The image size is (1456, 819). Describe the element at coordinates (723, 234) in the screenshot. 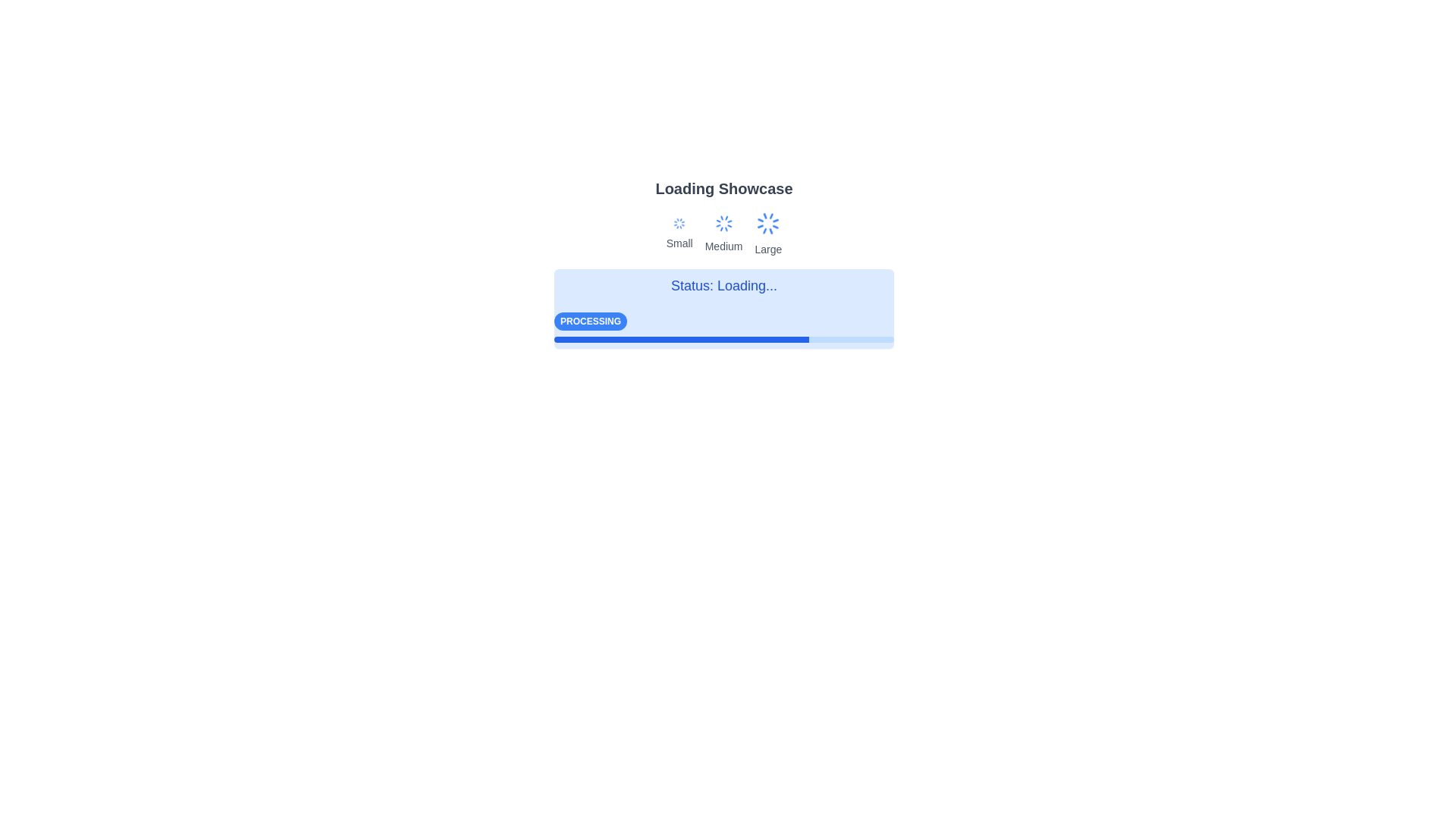

I see `the medium-sized loading indicator, which is the second item in a horizontal layout containing 'Small', 'Medium', and 'Large'` at that location.